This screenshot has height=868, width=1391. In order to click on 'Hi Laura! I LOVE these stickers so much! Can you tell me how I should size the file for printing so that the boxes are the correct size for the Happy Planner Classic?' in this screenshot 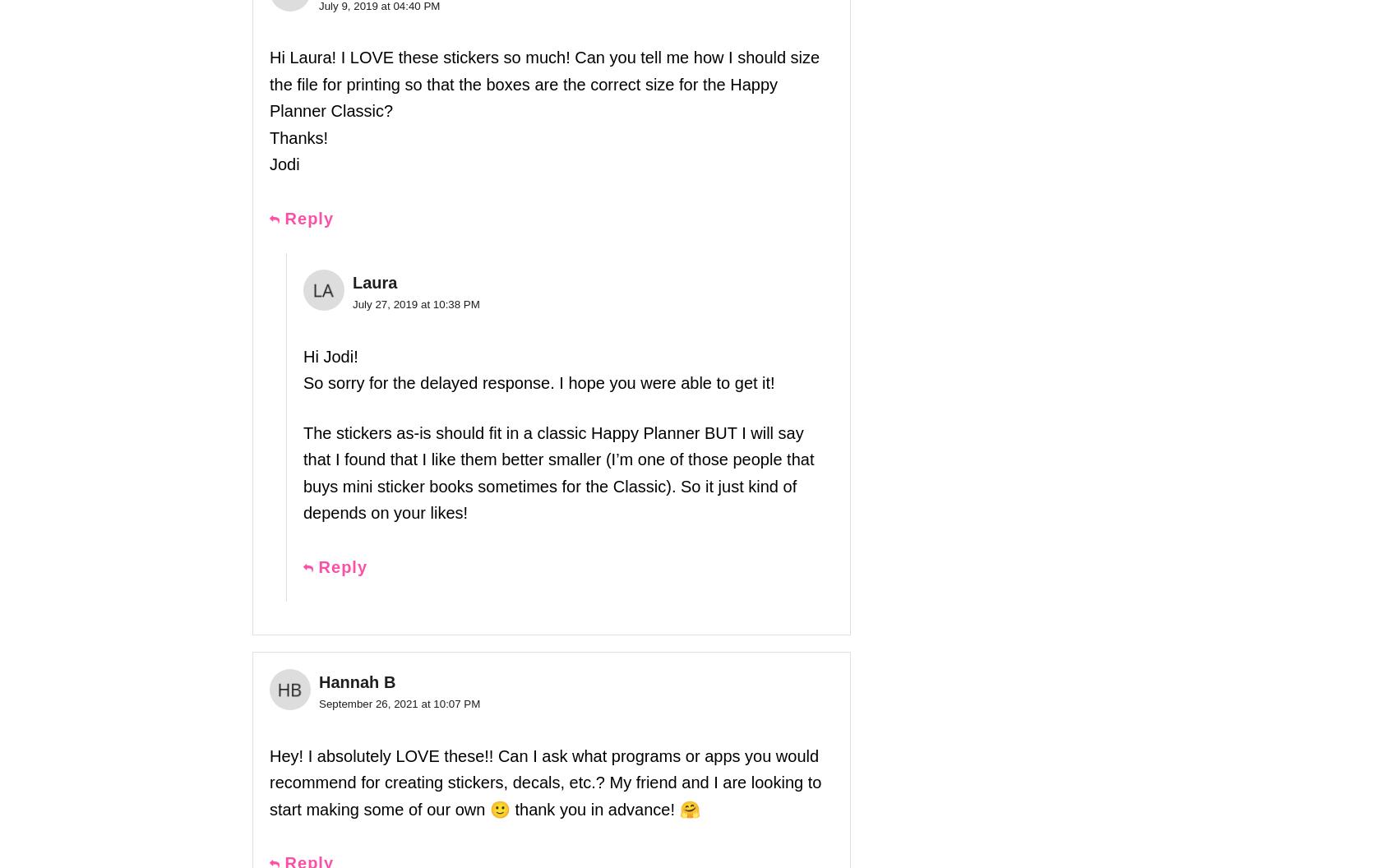, I will do `click(544, 83)`.